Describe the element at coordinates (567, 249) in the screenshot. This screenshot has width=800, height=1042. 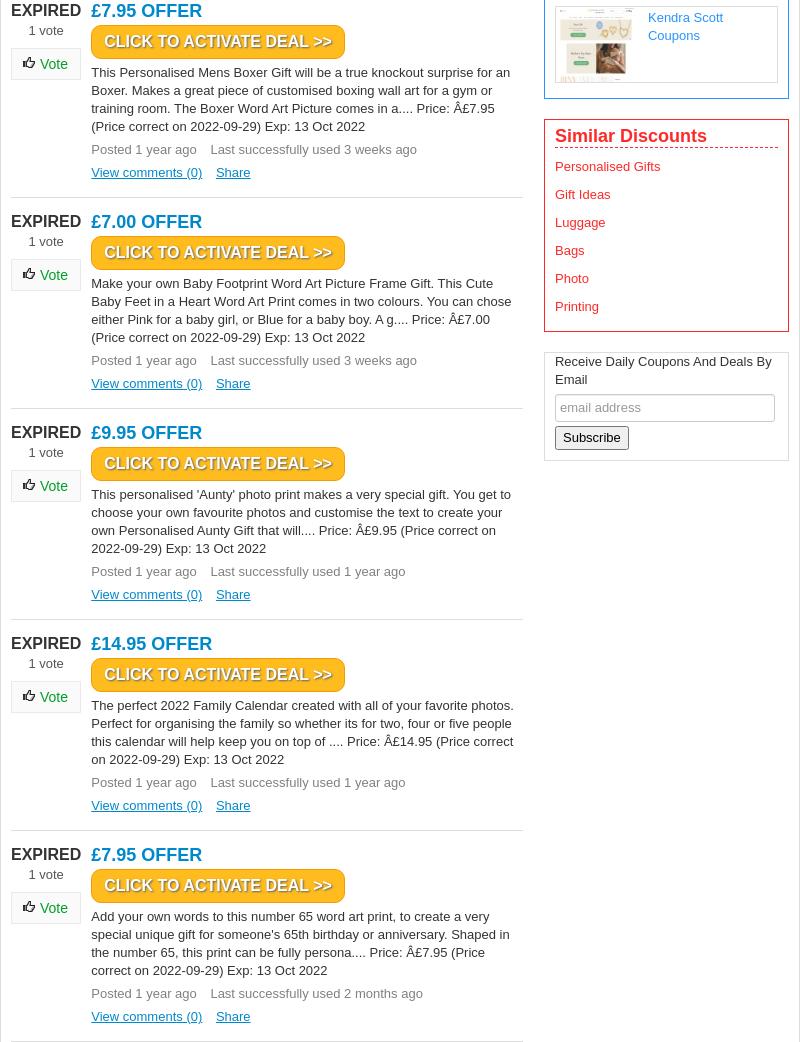
I see `'Bags'` at that location.